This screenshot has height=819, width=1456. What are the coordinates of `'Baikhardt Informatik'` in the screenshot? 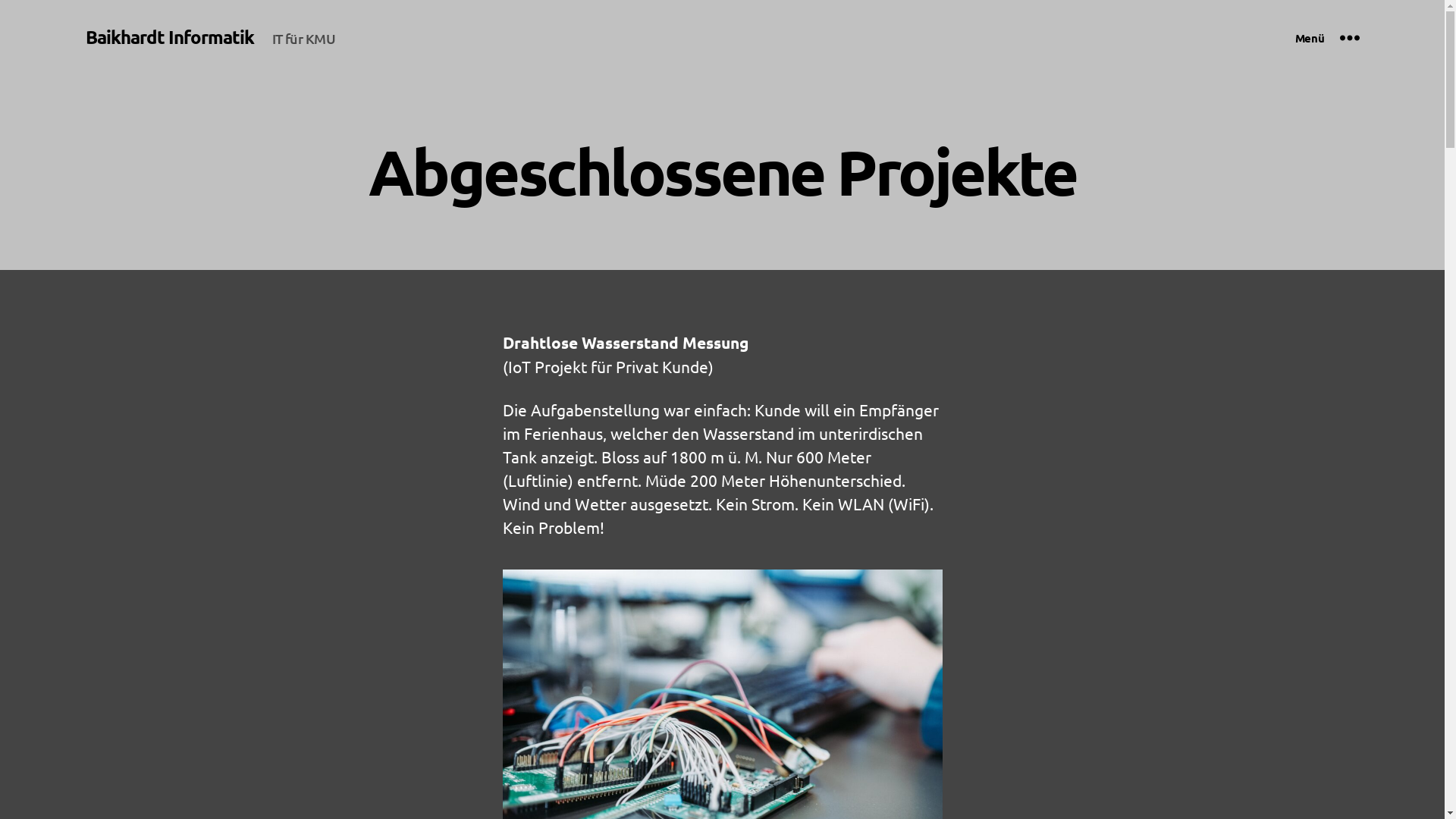 It's located at (168, 36).